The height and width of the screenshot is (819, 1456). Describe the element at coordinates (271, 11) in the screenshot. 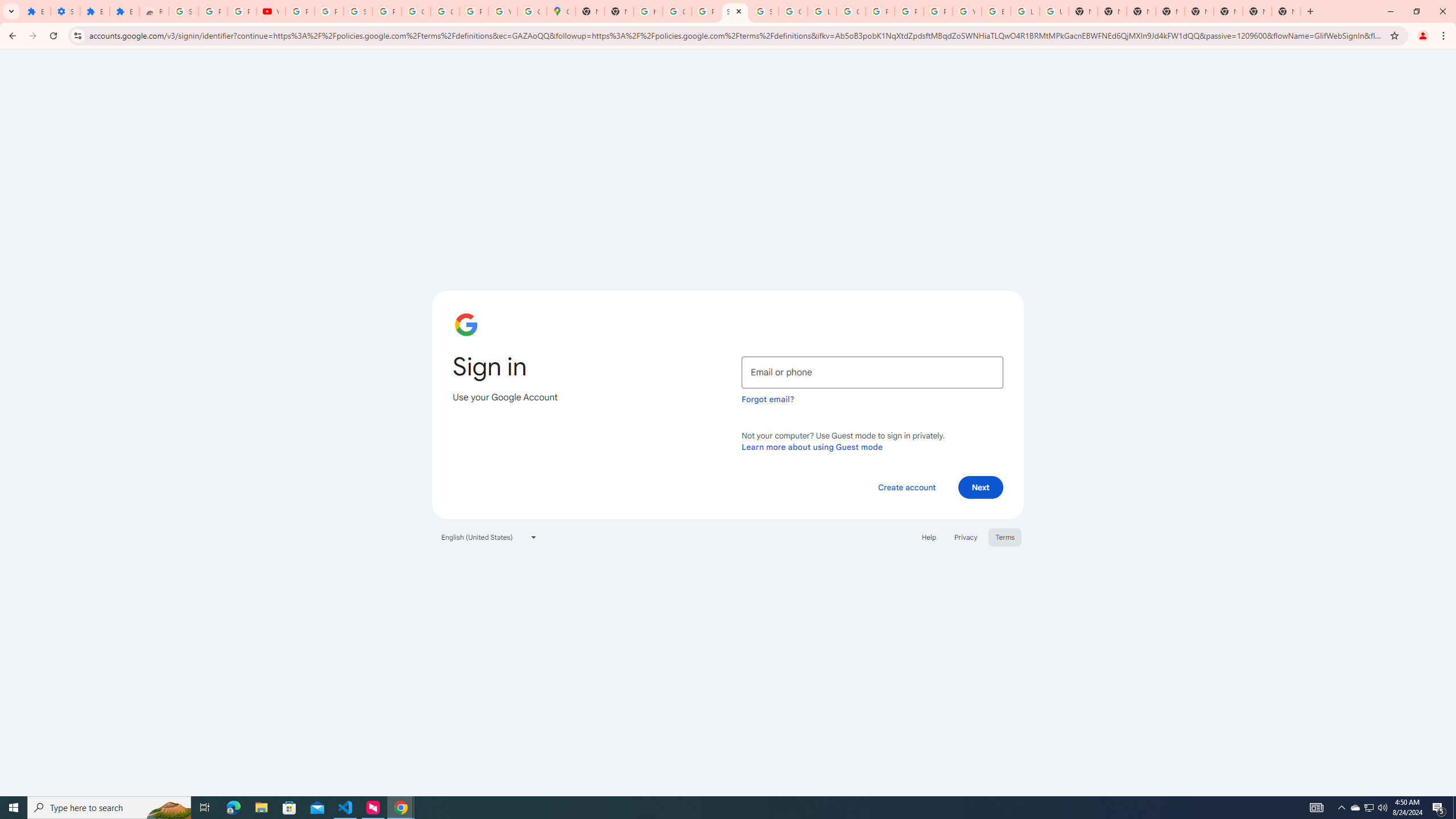

I see `'YouTube'` at that location.